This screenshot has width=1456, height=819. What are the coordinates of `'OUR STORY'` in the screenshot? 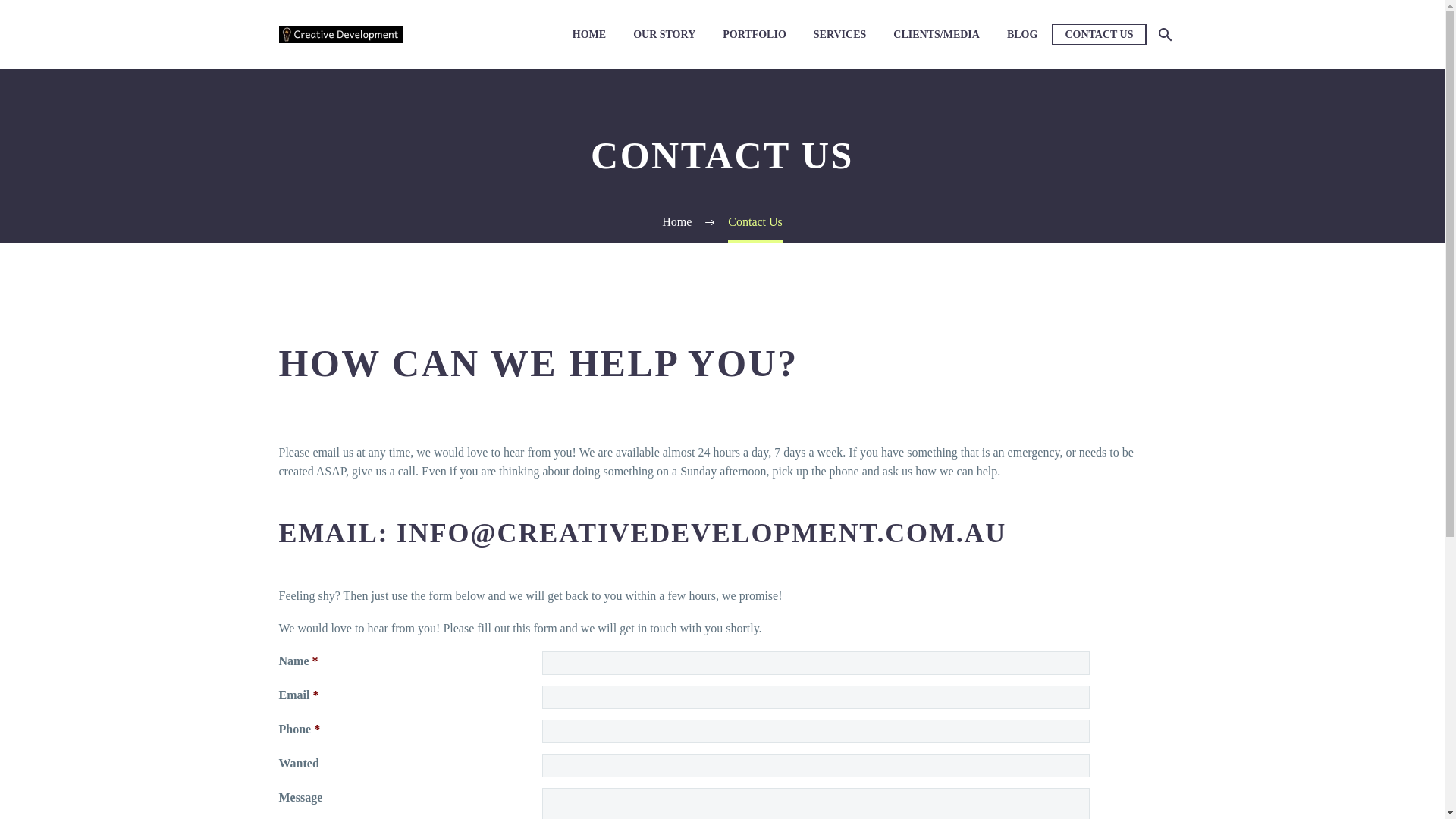 It's located at (664, 34).